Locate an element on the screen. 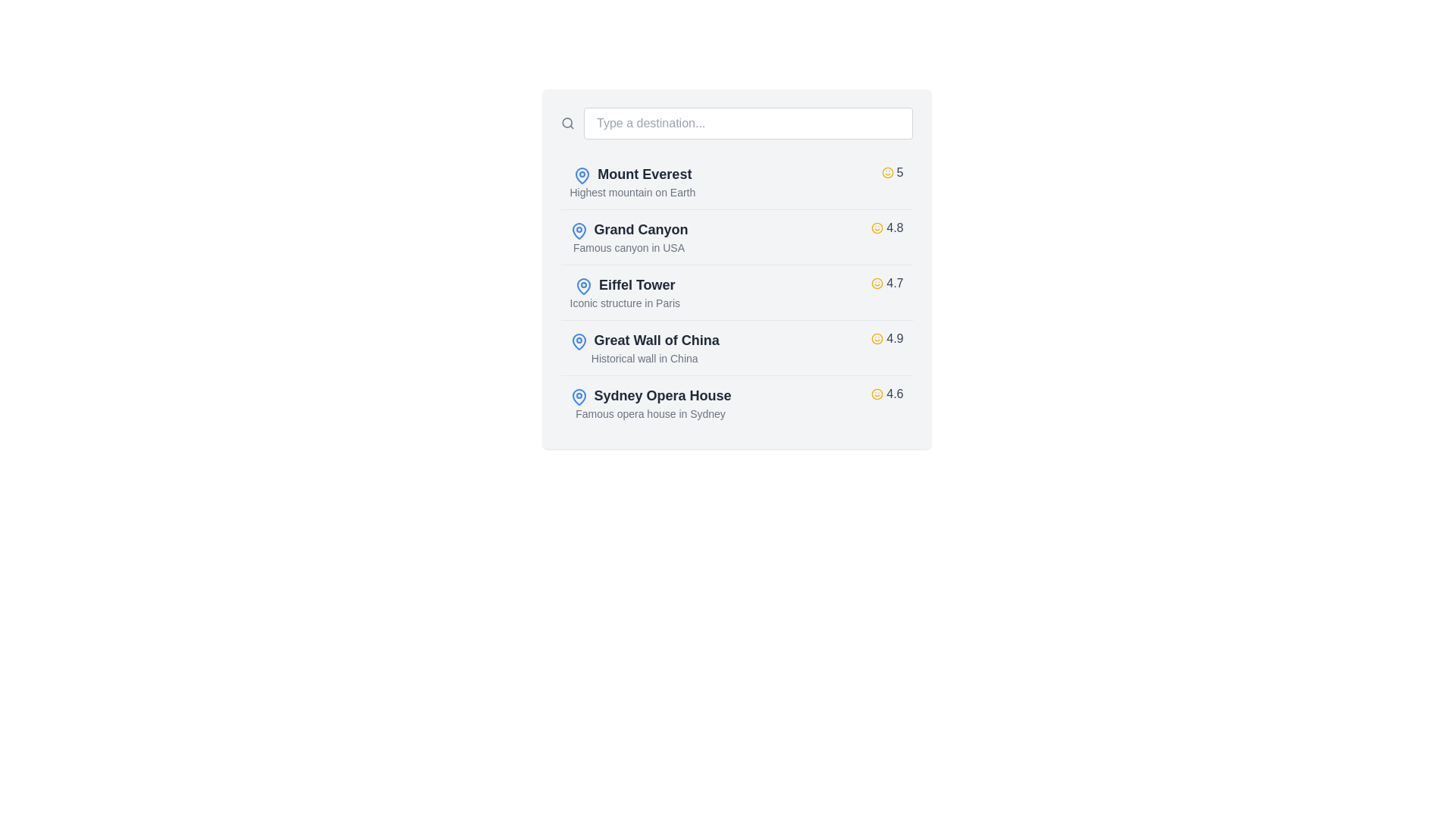  the entries in the vertically oriented list of tourist attractions is located at coordinates (736, 292).